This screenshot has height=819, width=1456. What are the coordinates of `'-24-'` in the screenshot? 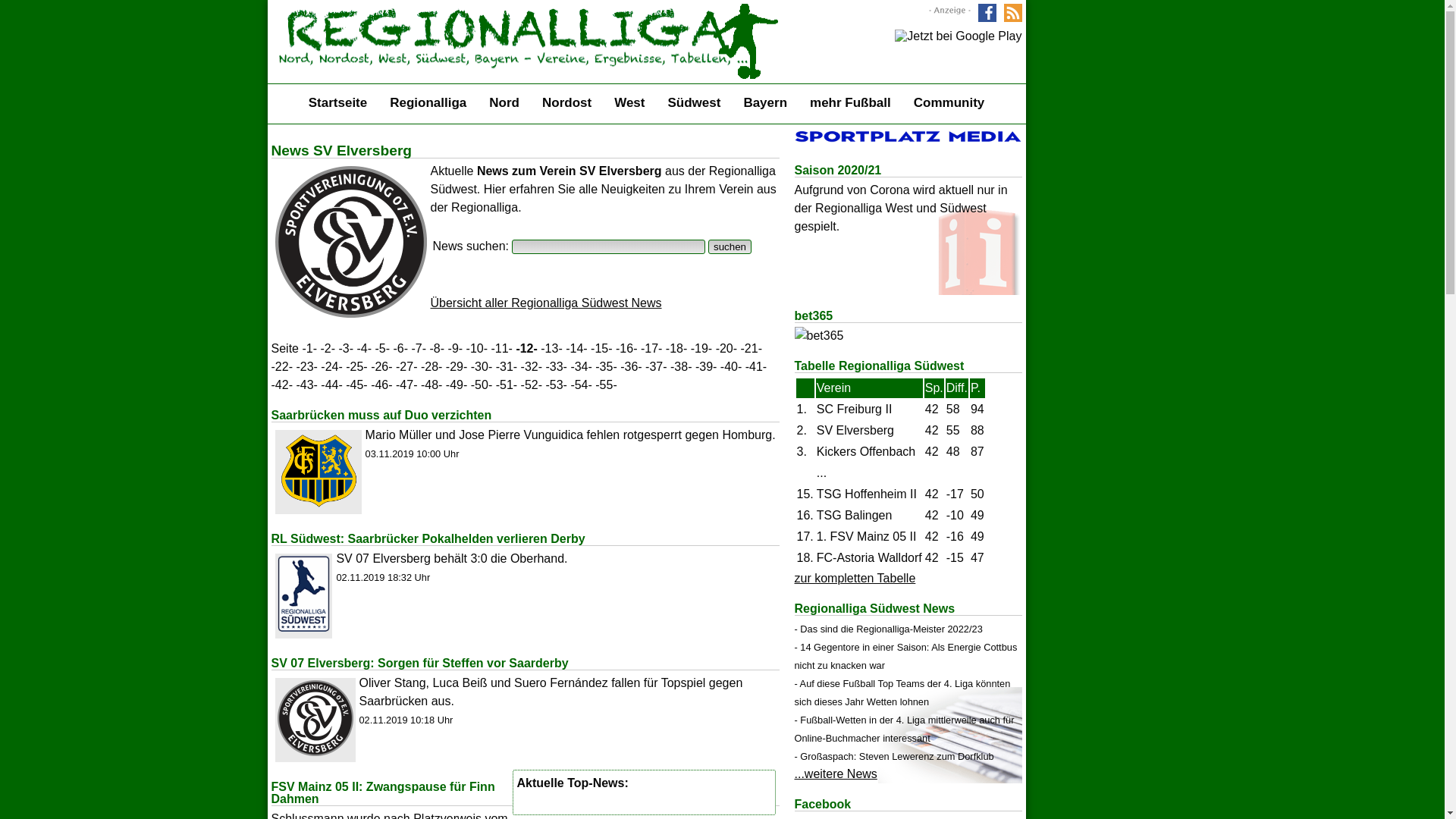 It's located at (330, 366).